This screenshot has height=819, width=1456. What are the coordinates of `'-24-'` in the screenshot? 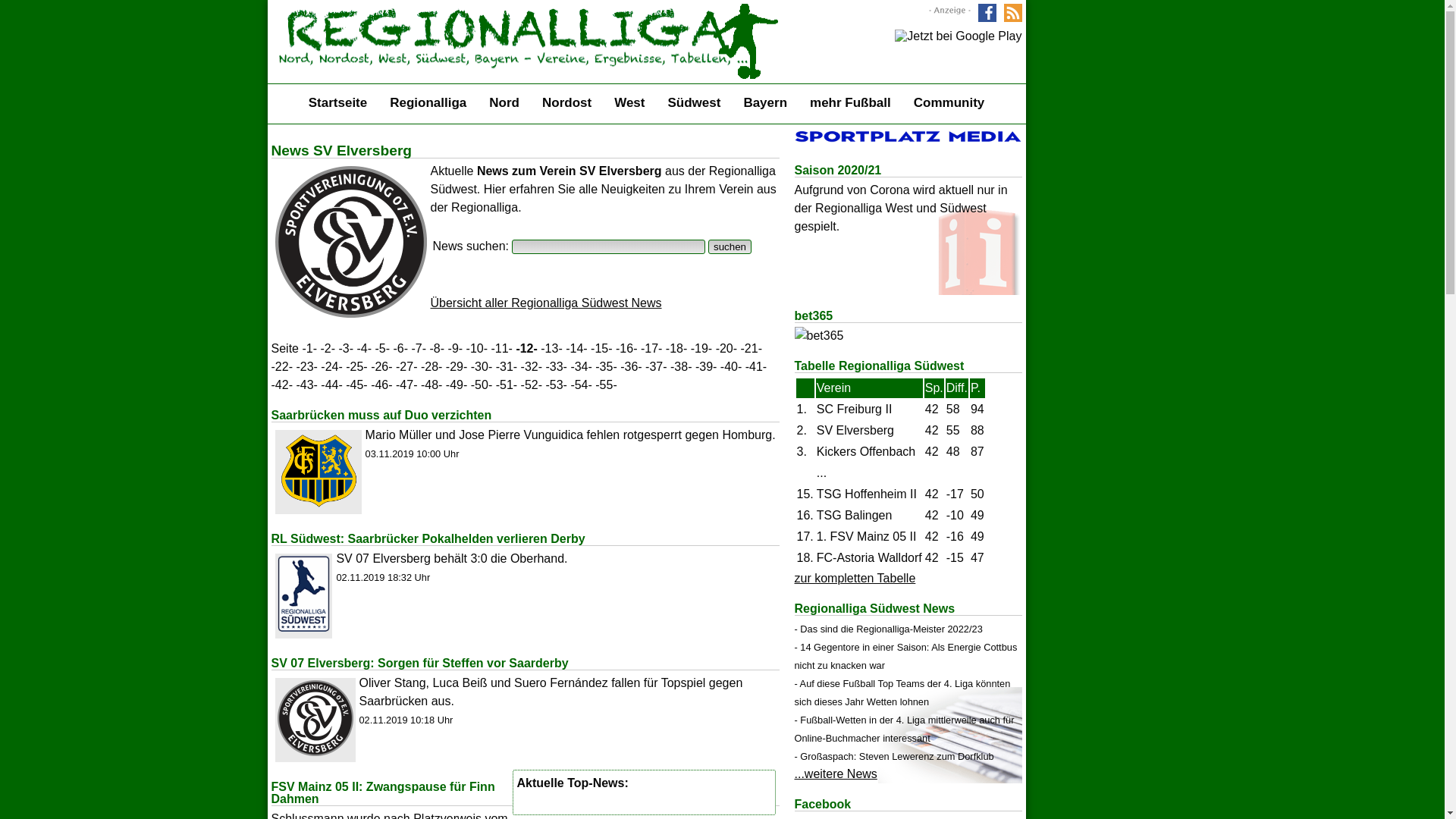 It's located at (330, 366).